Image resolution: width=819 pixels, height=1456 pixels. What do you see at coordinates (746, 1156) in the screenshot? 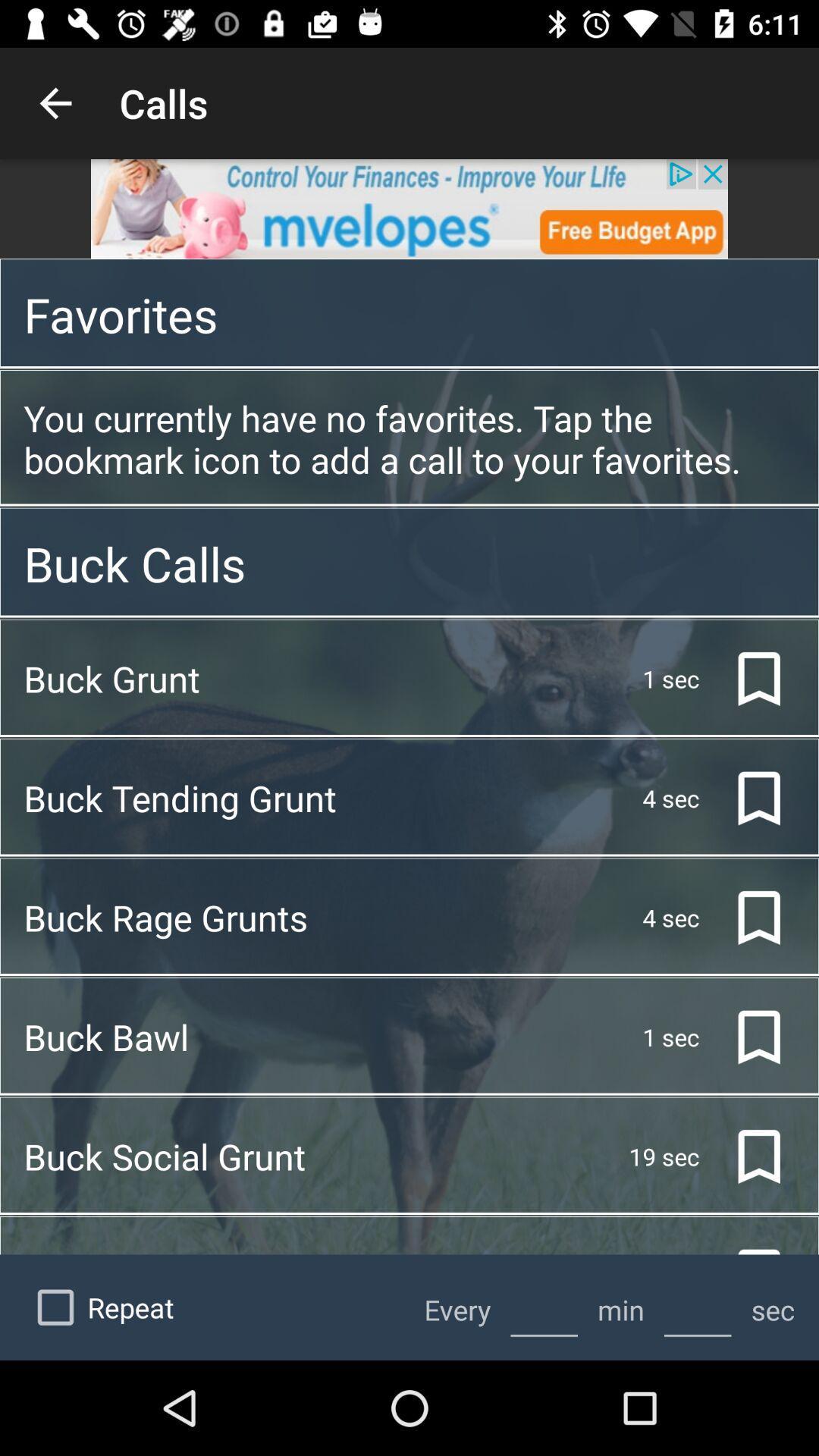
I see `the bookmark icon` at bounding box center [746, 1156].